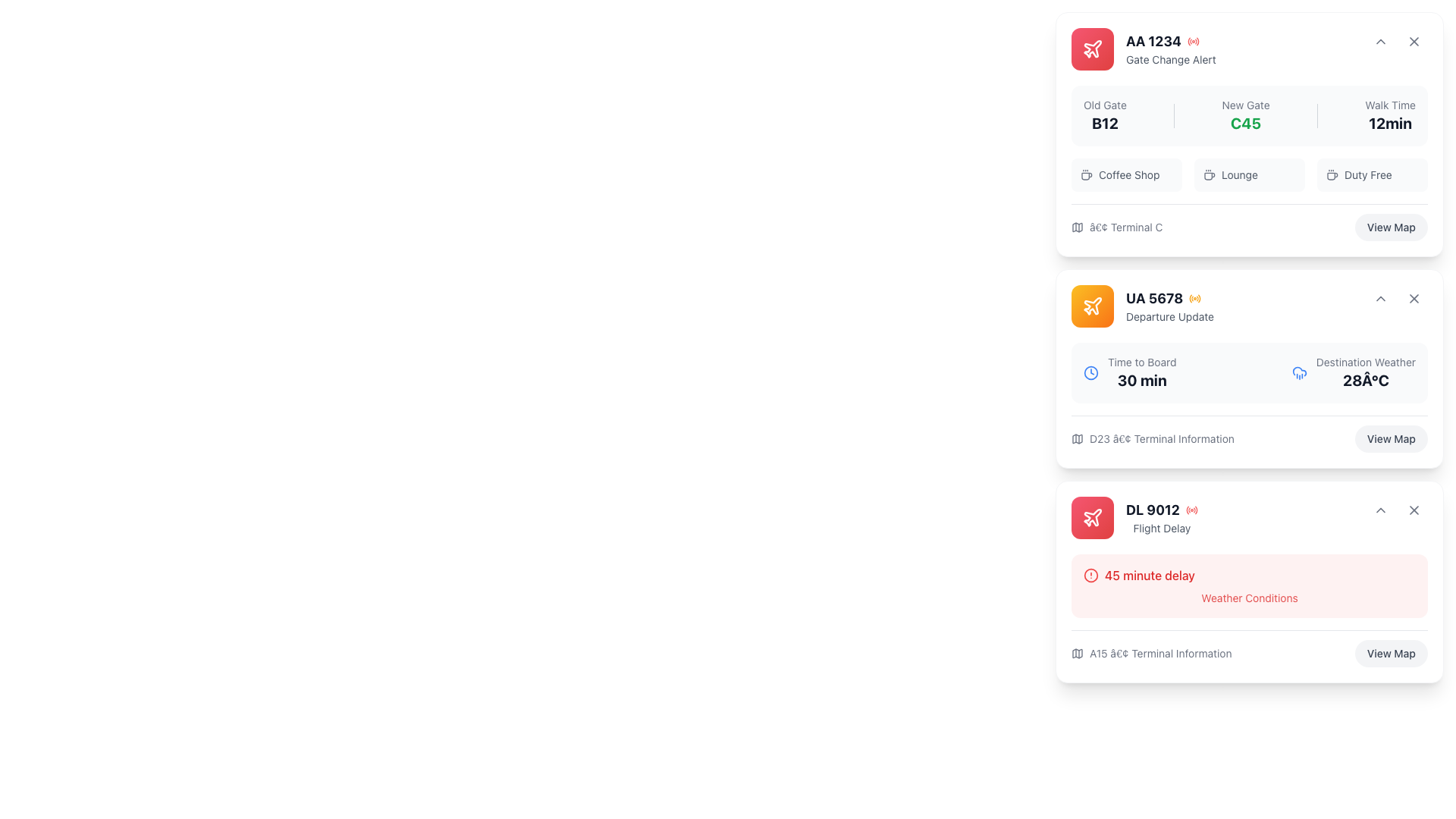 The height and width of the screenshot is (819, 1456). Describe the element at coordinates (1246, 122) in the screenshot. I see `text label displaying 'C45', which is styled in bold green font and is located under the 'New Gate' section in the flight information card` at that location.